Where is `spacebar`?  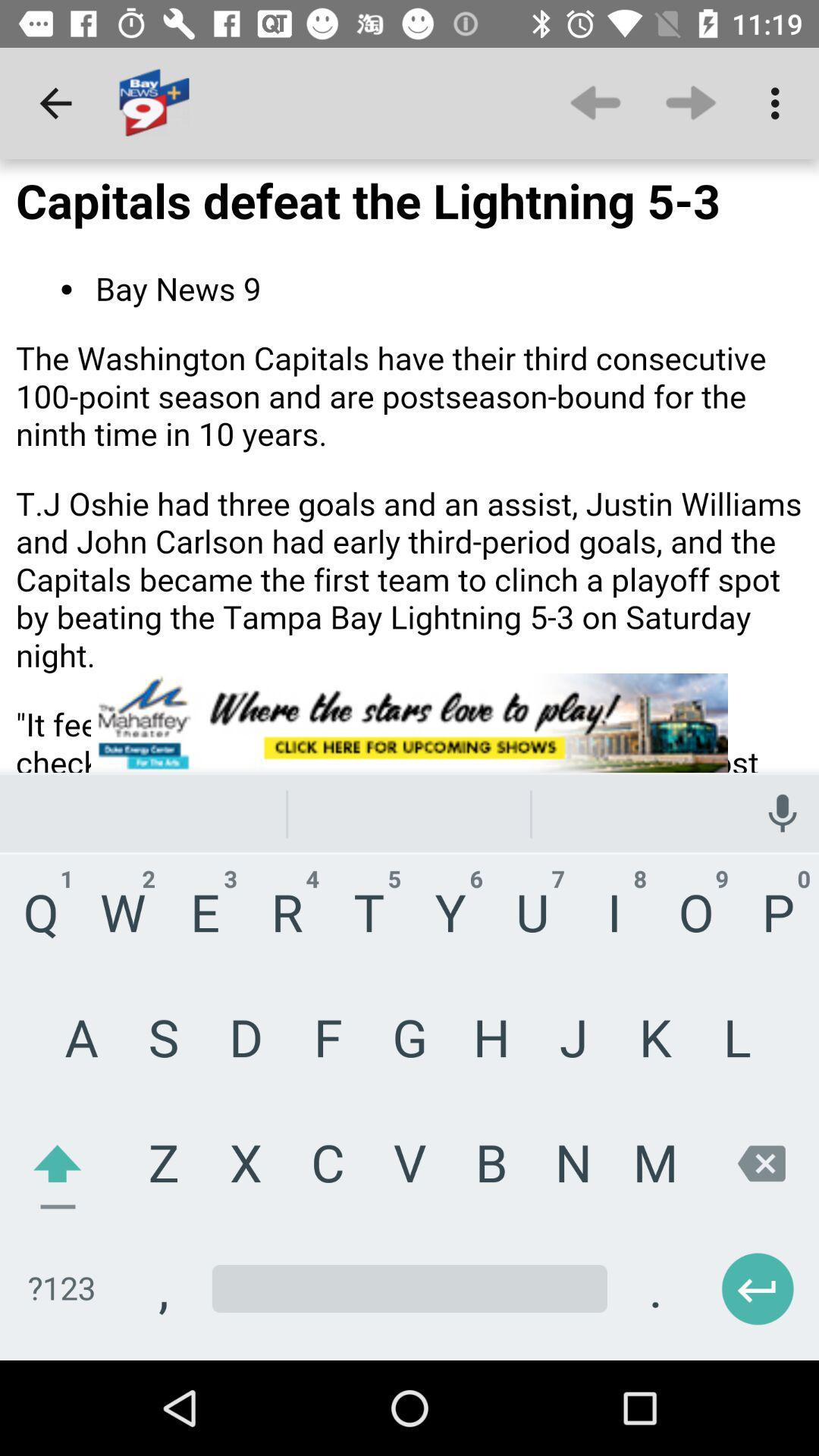
spacebar is located at coordinates (409, 1310).